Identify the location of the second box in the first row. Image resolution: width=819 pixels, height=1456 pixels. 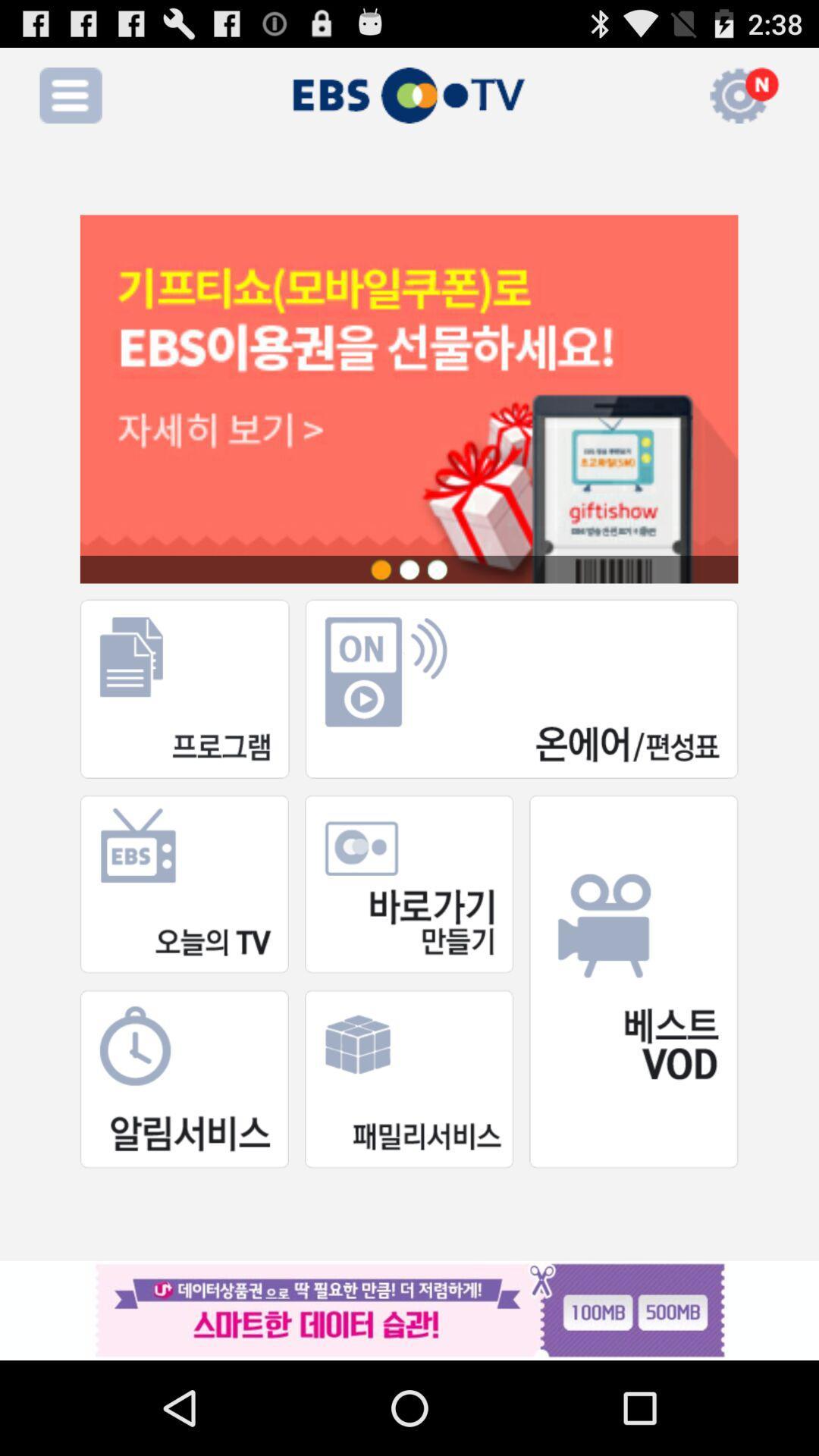
(521, 688).